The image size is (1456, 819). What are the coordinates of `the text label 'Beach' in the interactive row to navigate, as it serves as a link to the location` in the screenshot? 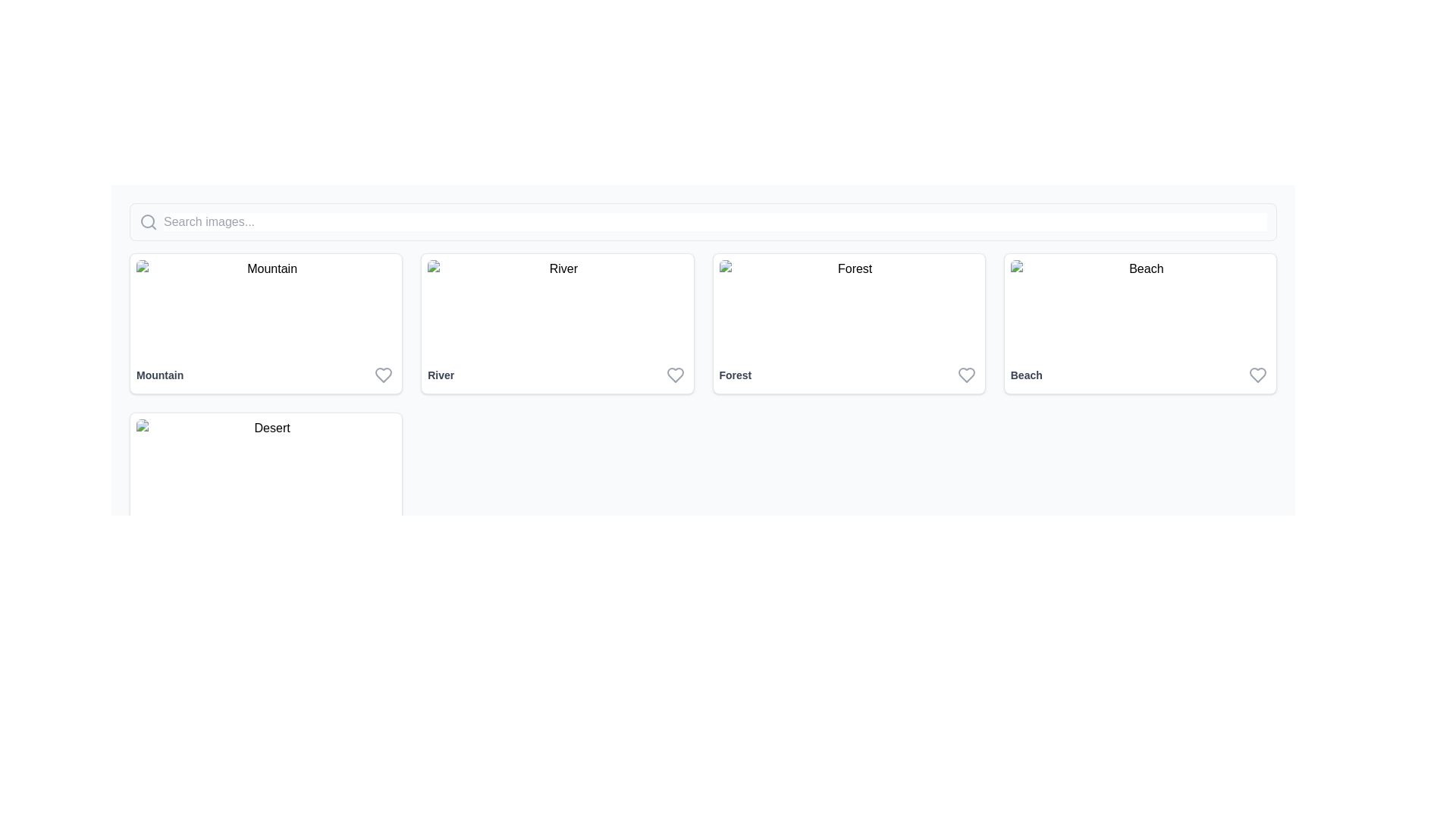 It's located at (1140, 375).